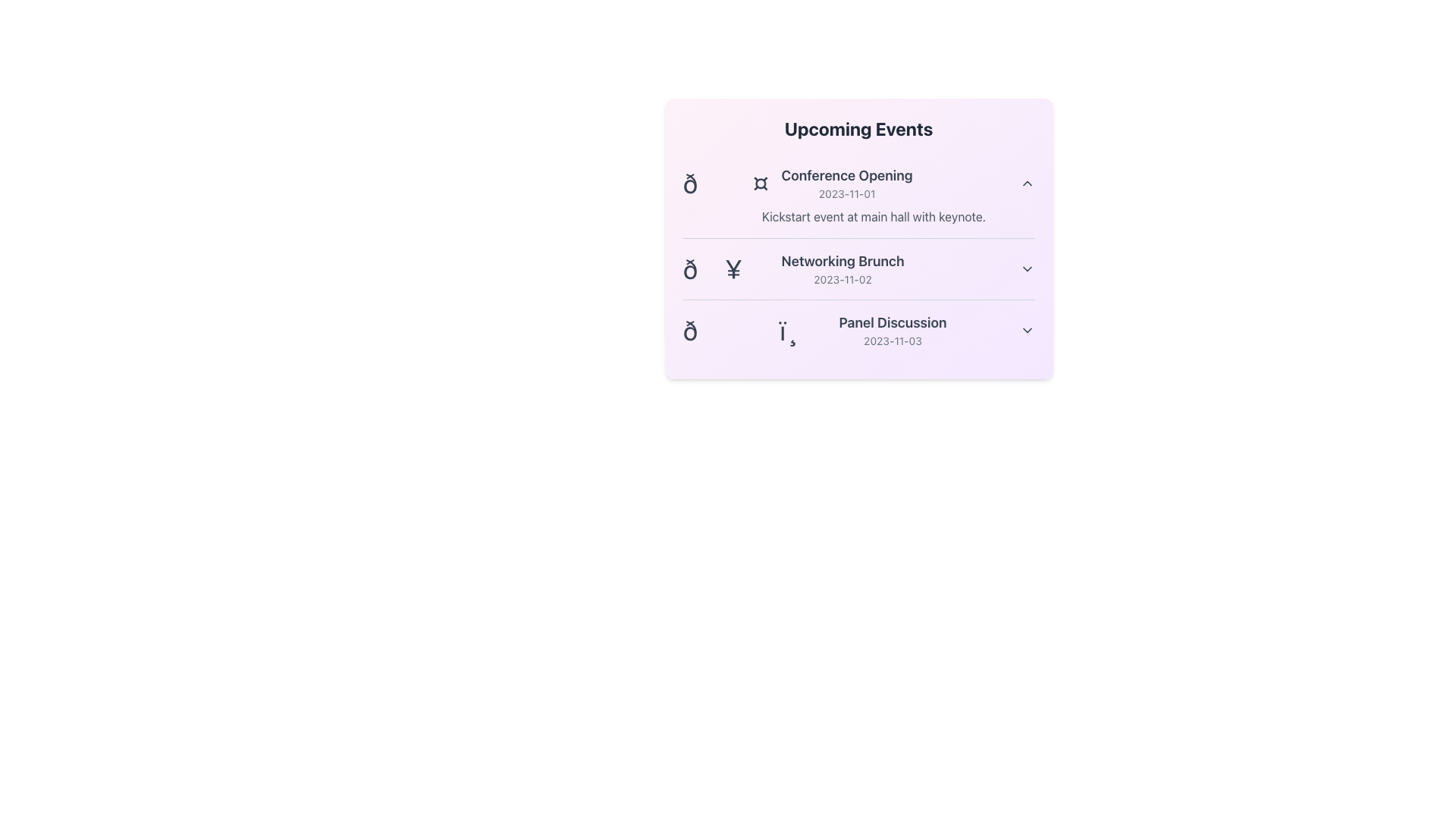  I want to click on the collapsible section header for the 'Conference Opening' event, so click(858, 183).